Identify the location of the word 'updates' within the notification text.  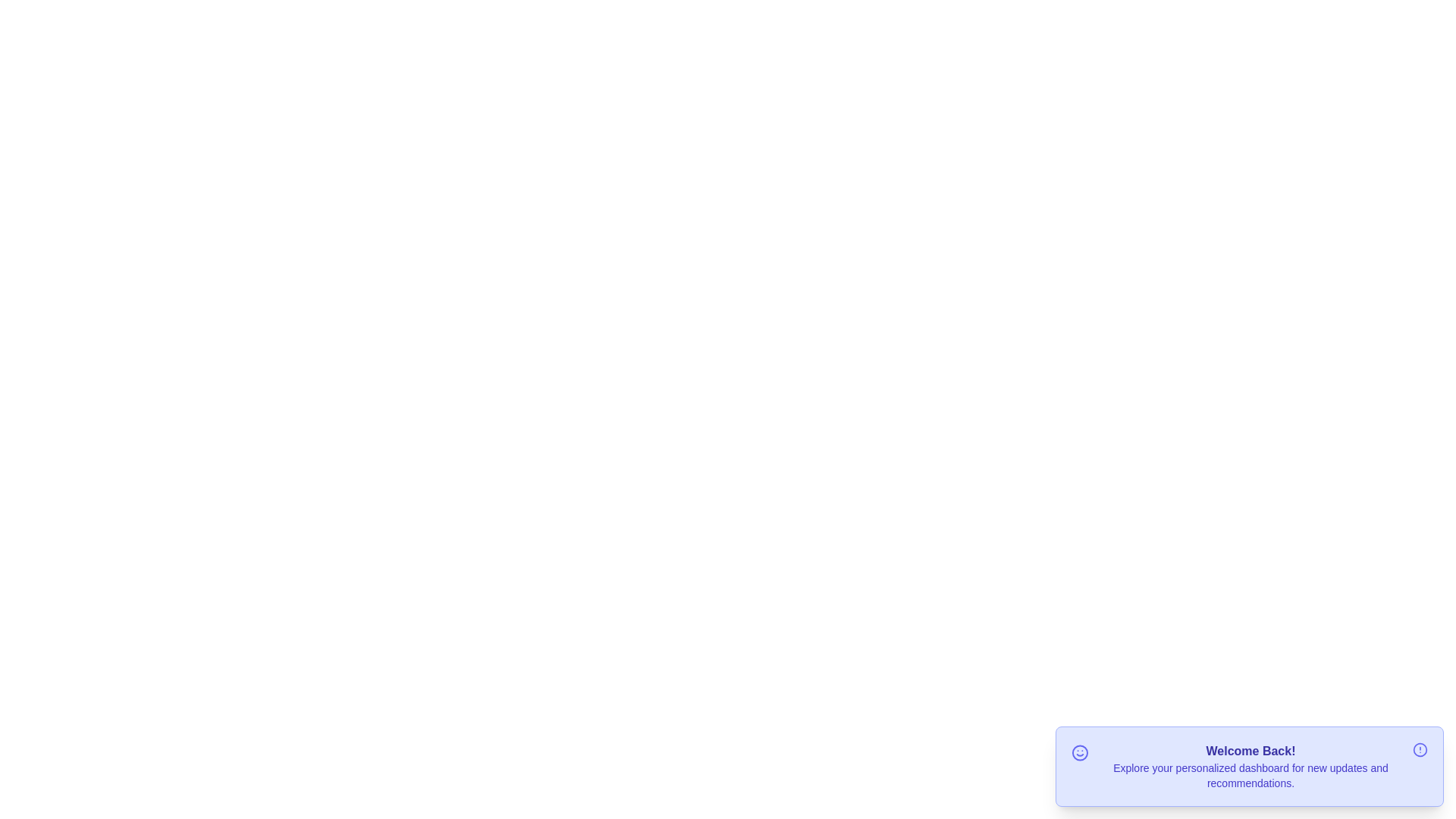
(1326, 760).